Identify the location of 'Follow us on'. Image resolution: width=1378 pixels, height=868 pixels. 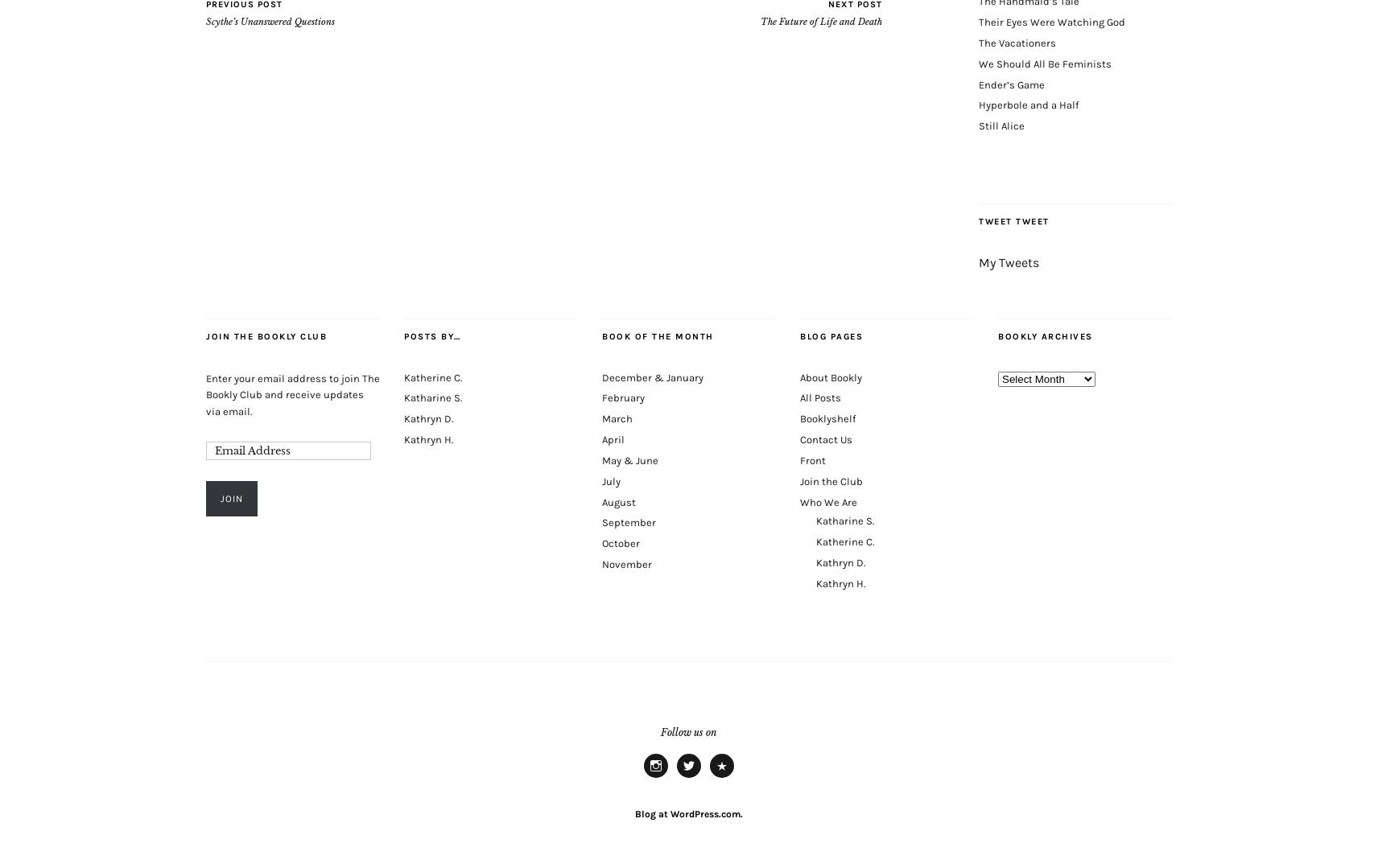
(689, 730).